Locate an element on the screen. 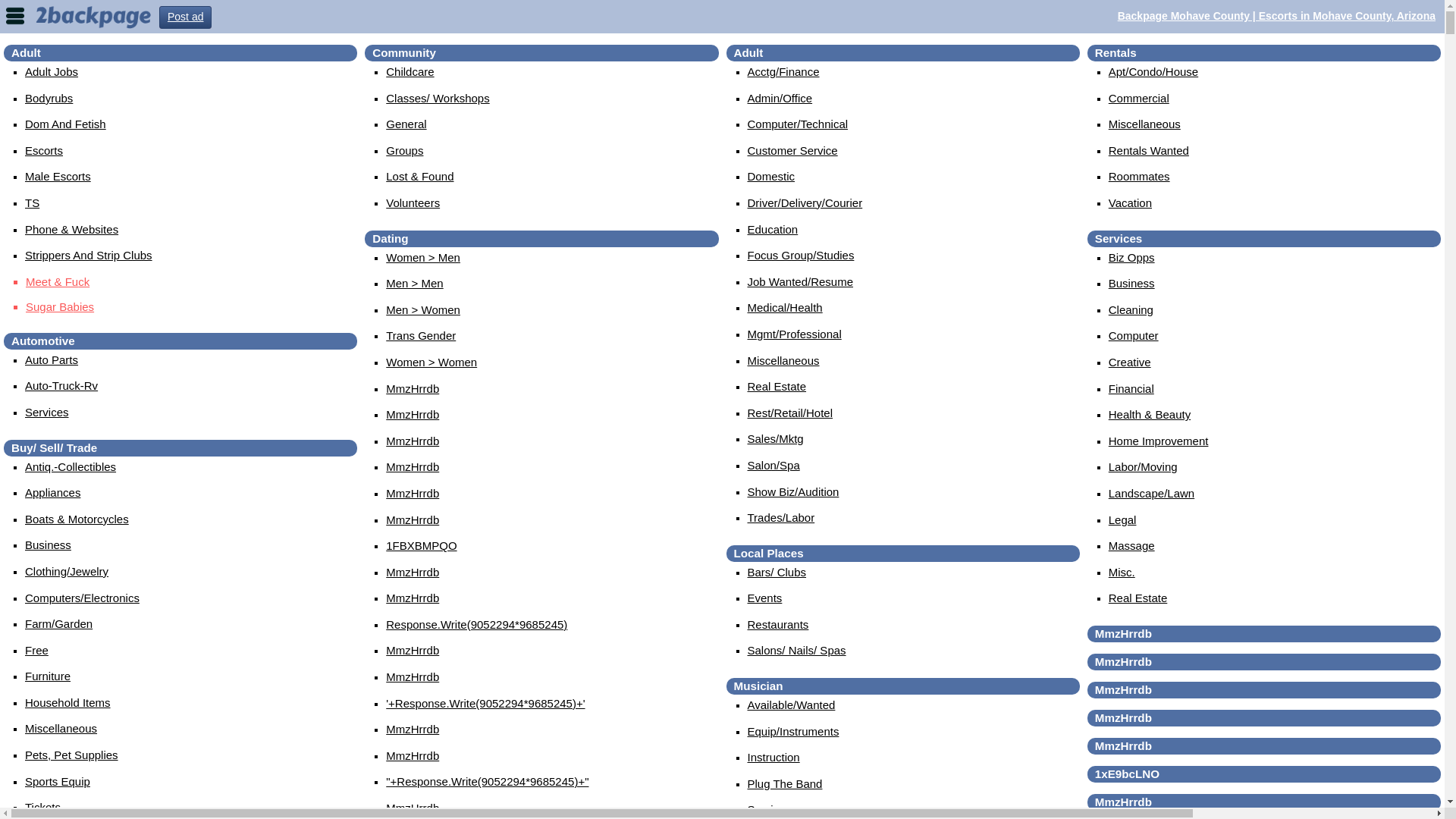 This screenshot has height=819, width=1456. 'Financial' is located at coordinates (1131, 388).